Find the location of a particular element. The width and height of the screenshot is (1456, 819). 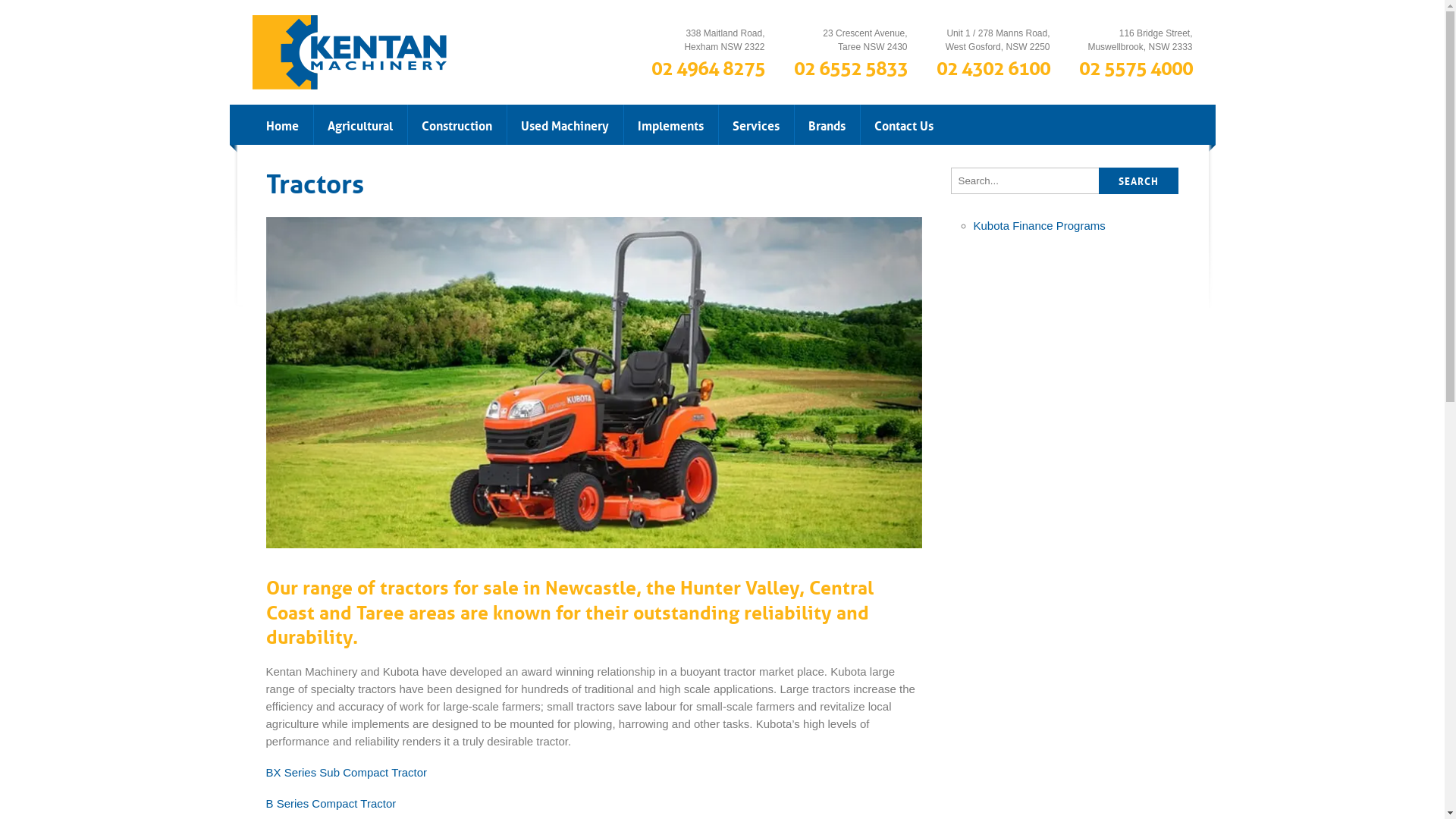

'02 6552 5833' is located at coordinates (850, 65).